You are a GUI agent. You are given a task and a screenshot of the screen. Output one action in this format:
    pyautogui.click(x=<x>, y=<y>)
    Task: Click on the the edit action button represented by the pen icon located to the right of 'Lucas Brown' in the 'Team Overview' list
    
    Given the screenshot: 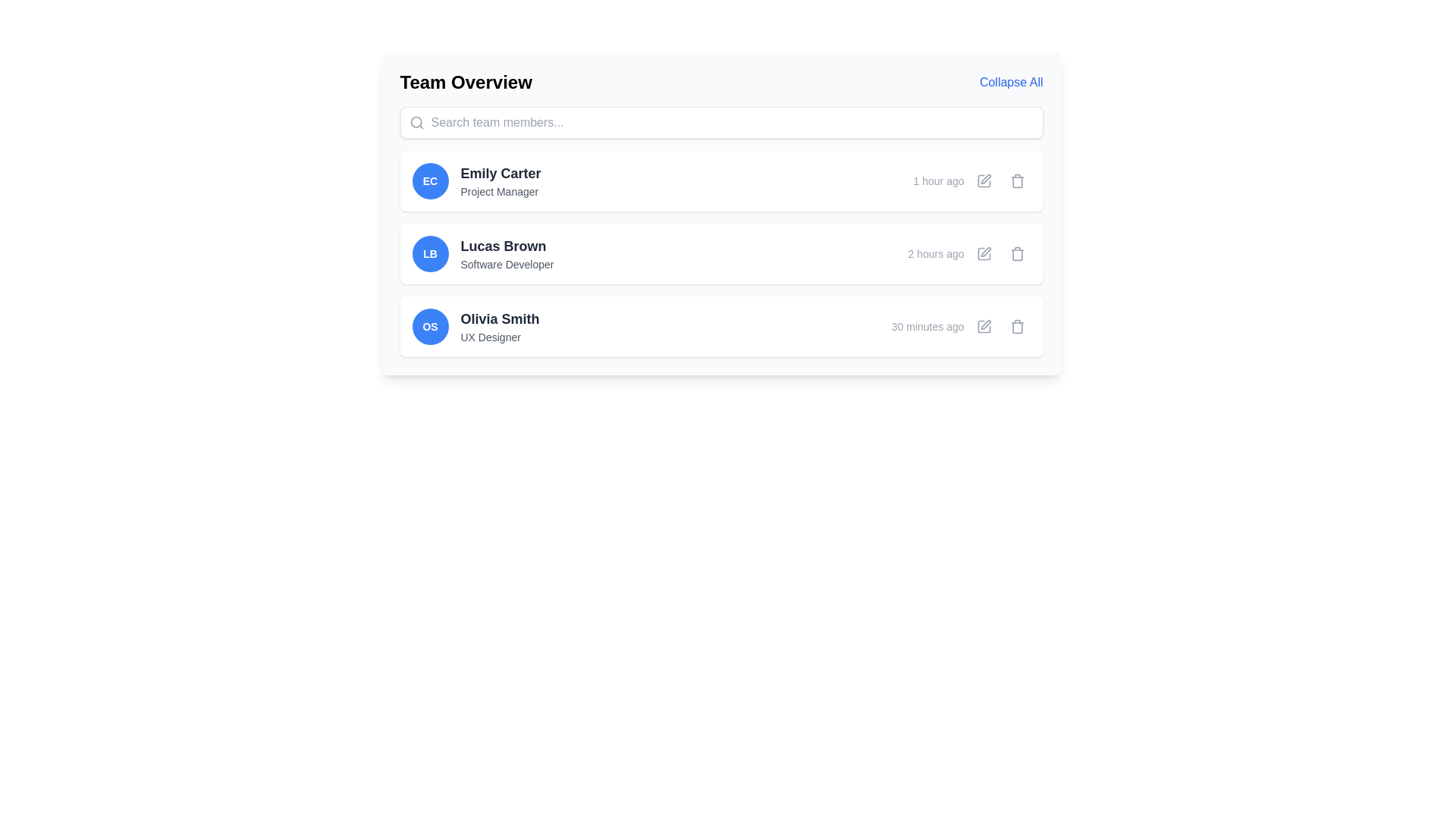 What is the action you would take?
    pyautogui.click(x=986, y=251)
    